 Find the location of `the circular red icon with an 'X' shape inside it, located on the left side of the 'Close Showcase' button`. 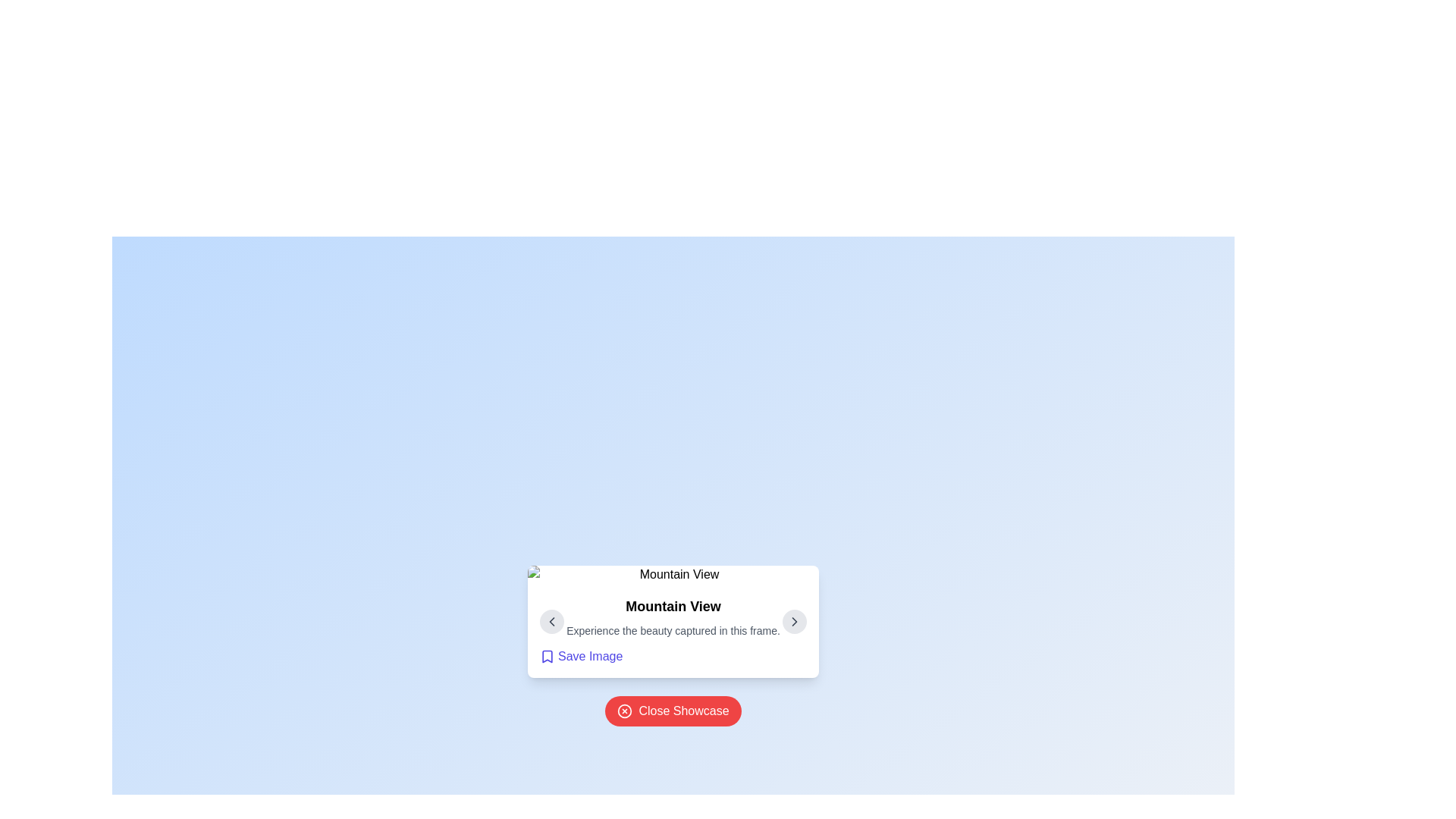

the circular red icon with an 'X' shape inside it, located on the left side of the 'Close Showcase' button is located at coordinates (625, 711).